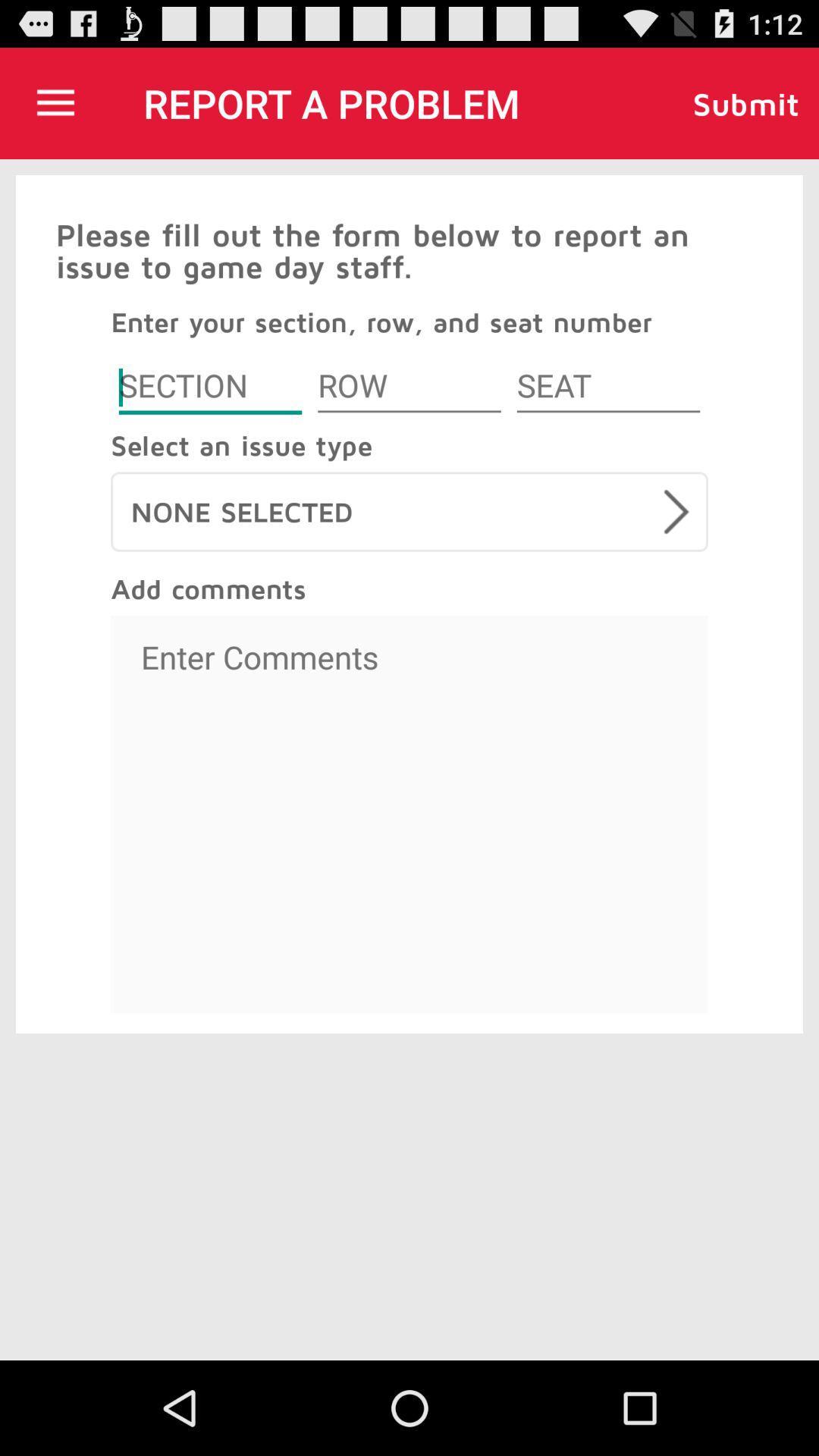  Describe the element at coordinates (210, 388) in the screenshot. I see `dialog box` at that location.